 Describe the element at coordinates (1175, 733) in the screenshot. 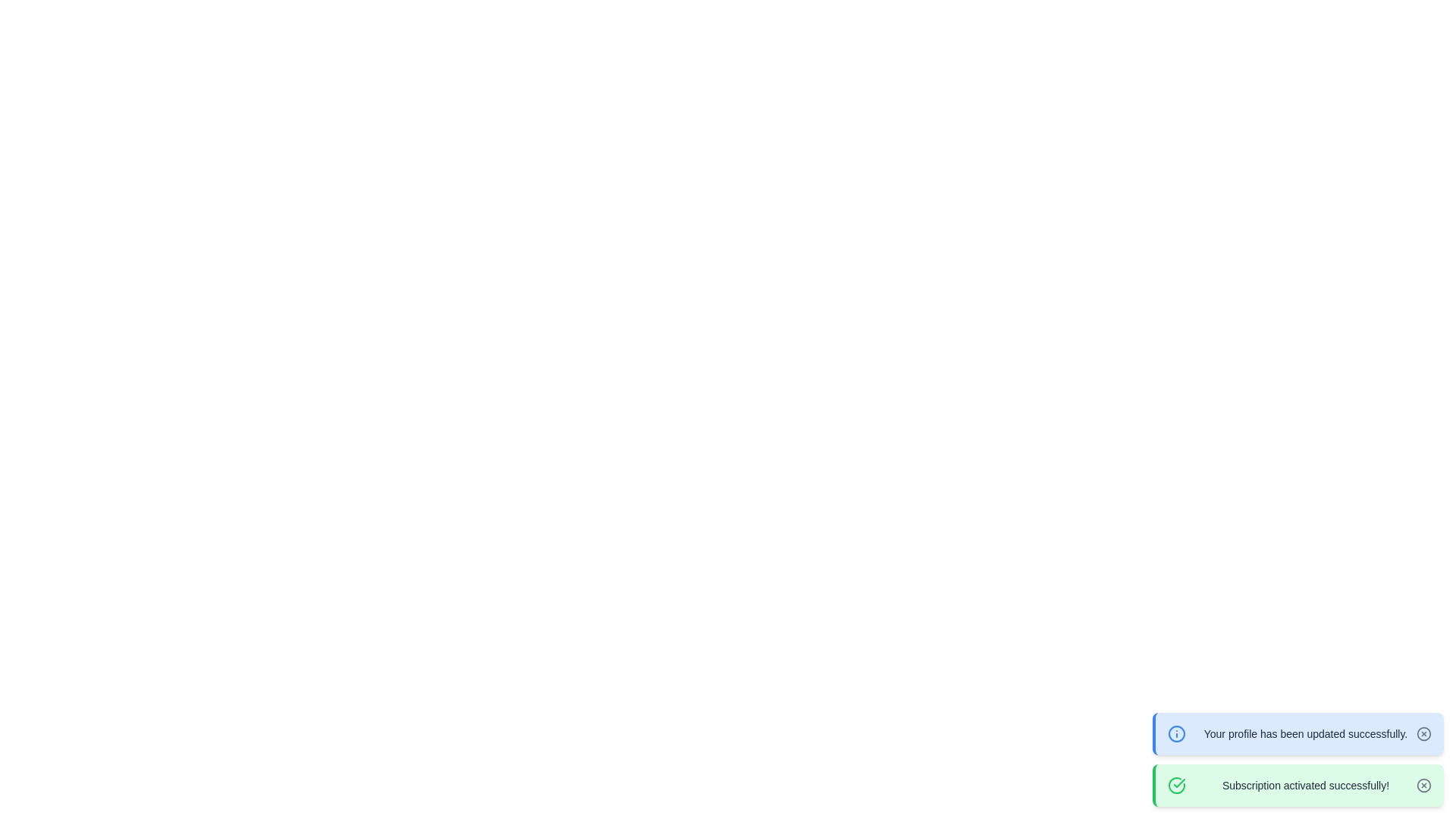

I see `the decorative icon located to the far left within the notification panel indicating 'Your profile has been updated successfully.'` at that location.